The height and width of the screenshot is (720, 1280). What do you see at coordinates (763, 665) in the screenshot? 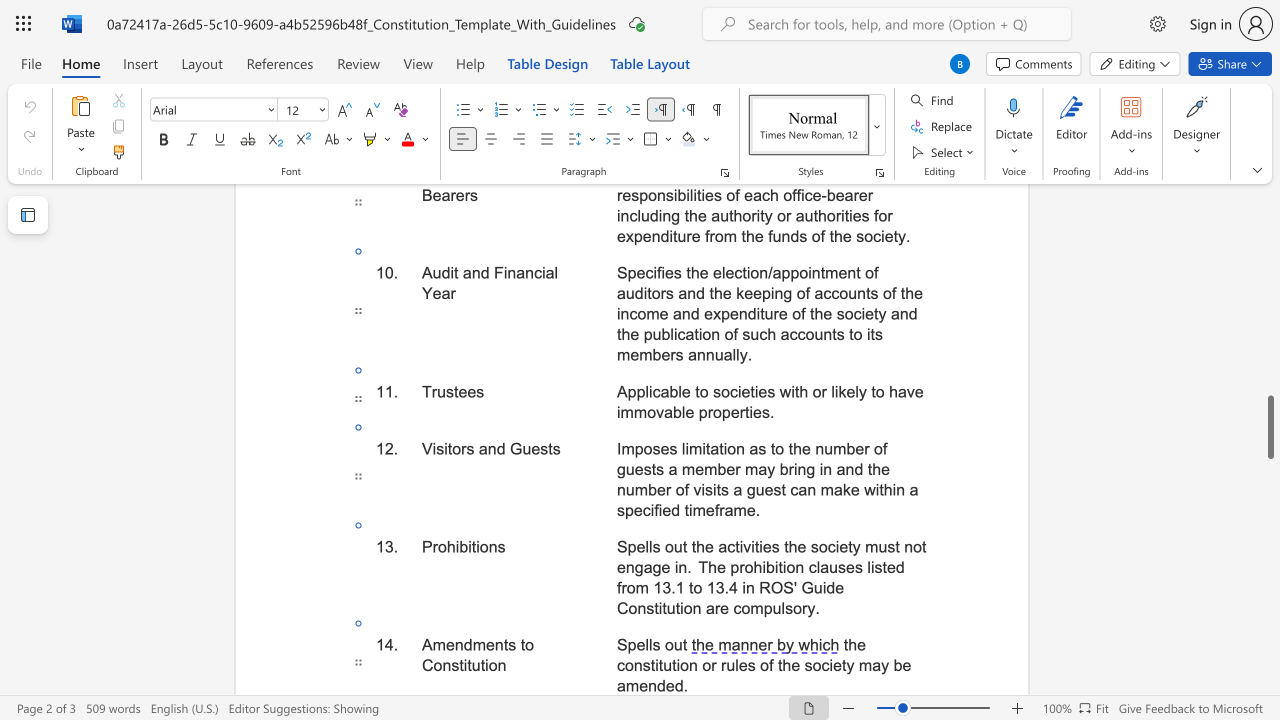
I see `the 4th character "o" in the text` at bounding box center [763, 665].